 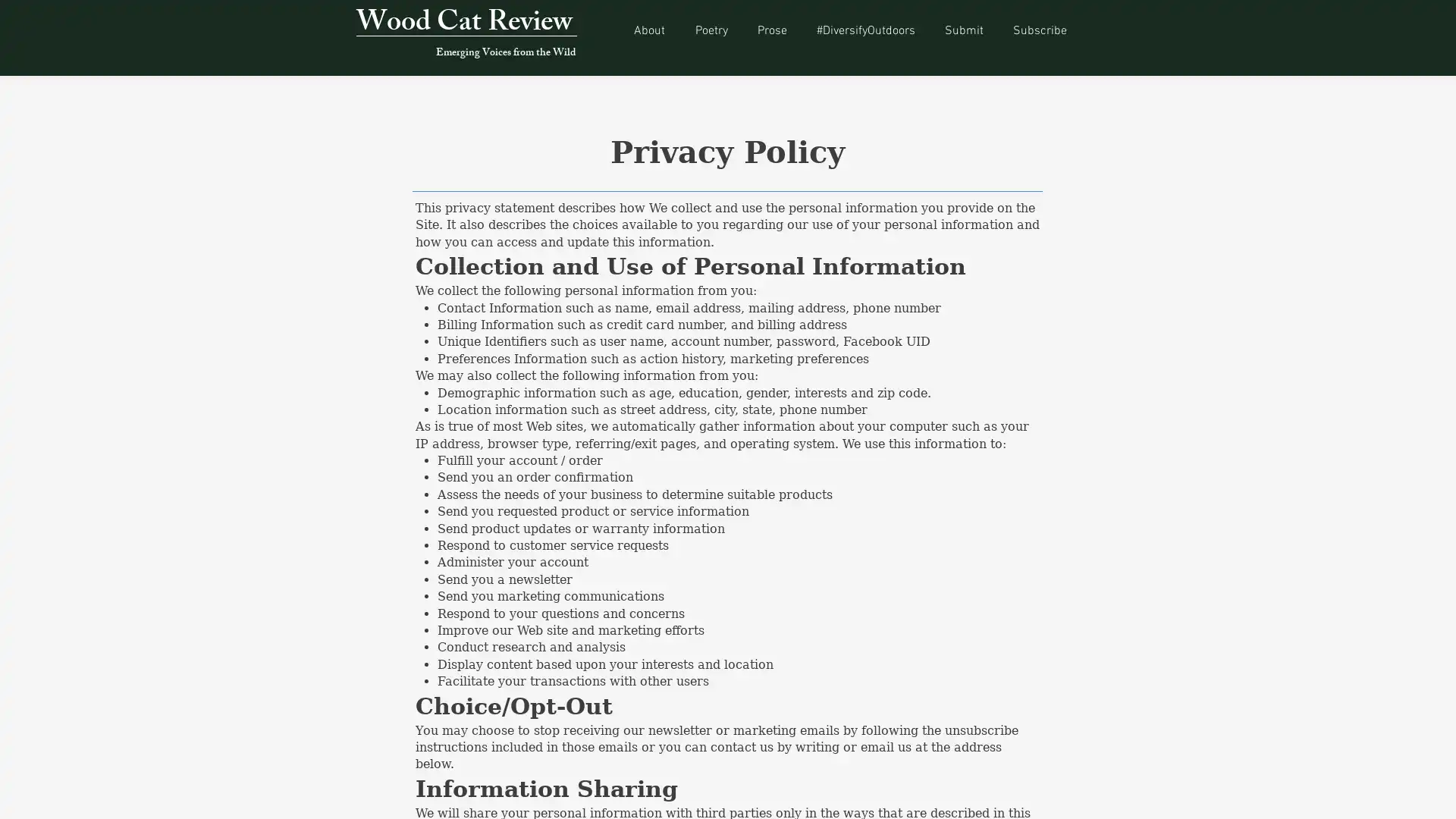 What do you see at coordinates (1388, 794) in the screenshot?
I see `Accept` at bounding box center [1388, 794].